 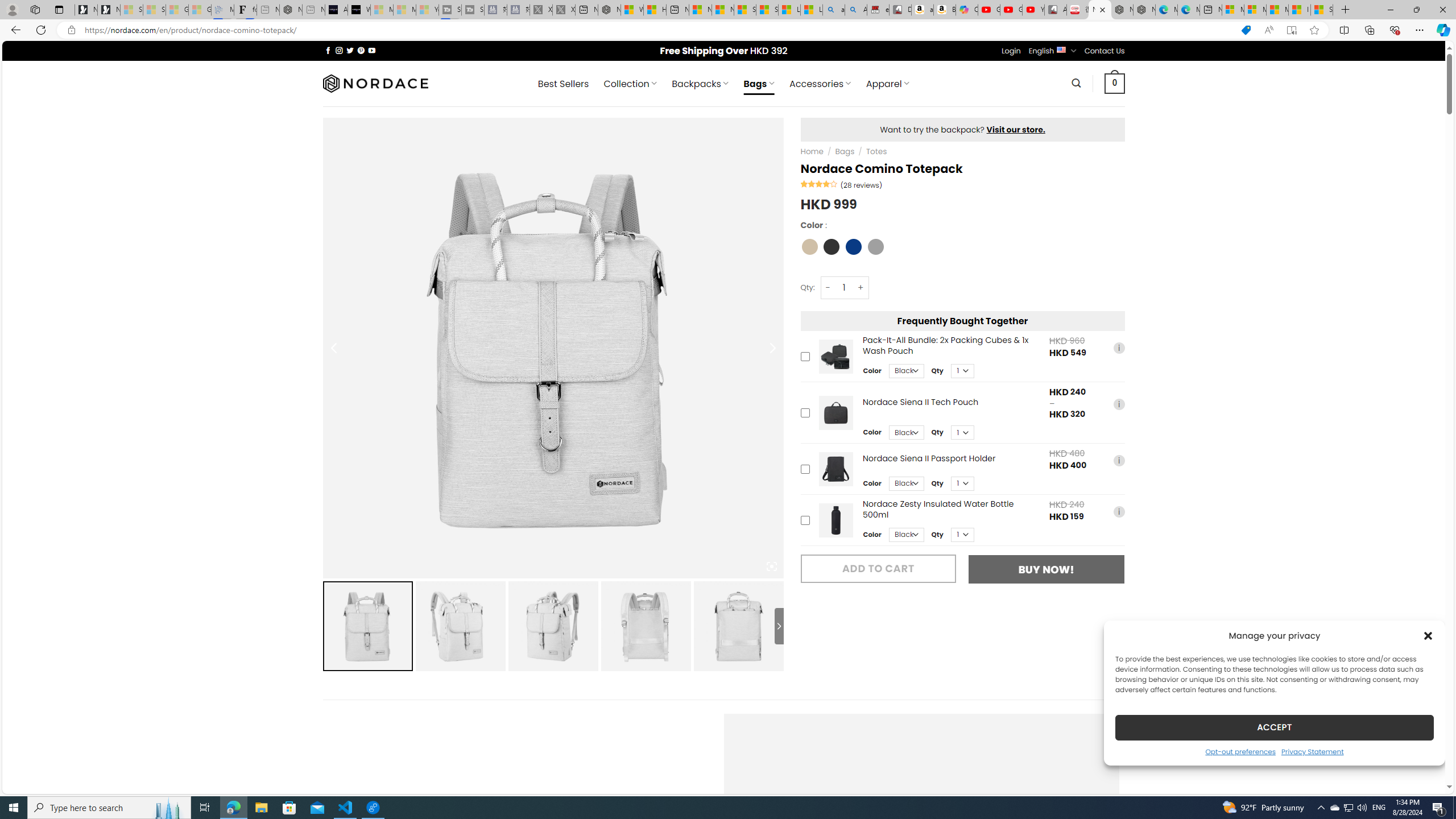 I want to click on 'amazon - Search', so click(x=834, y=9).